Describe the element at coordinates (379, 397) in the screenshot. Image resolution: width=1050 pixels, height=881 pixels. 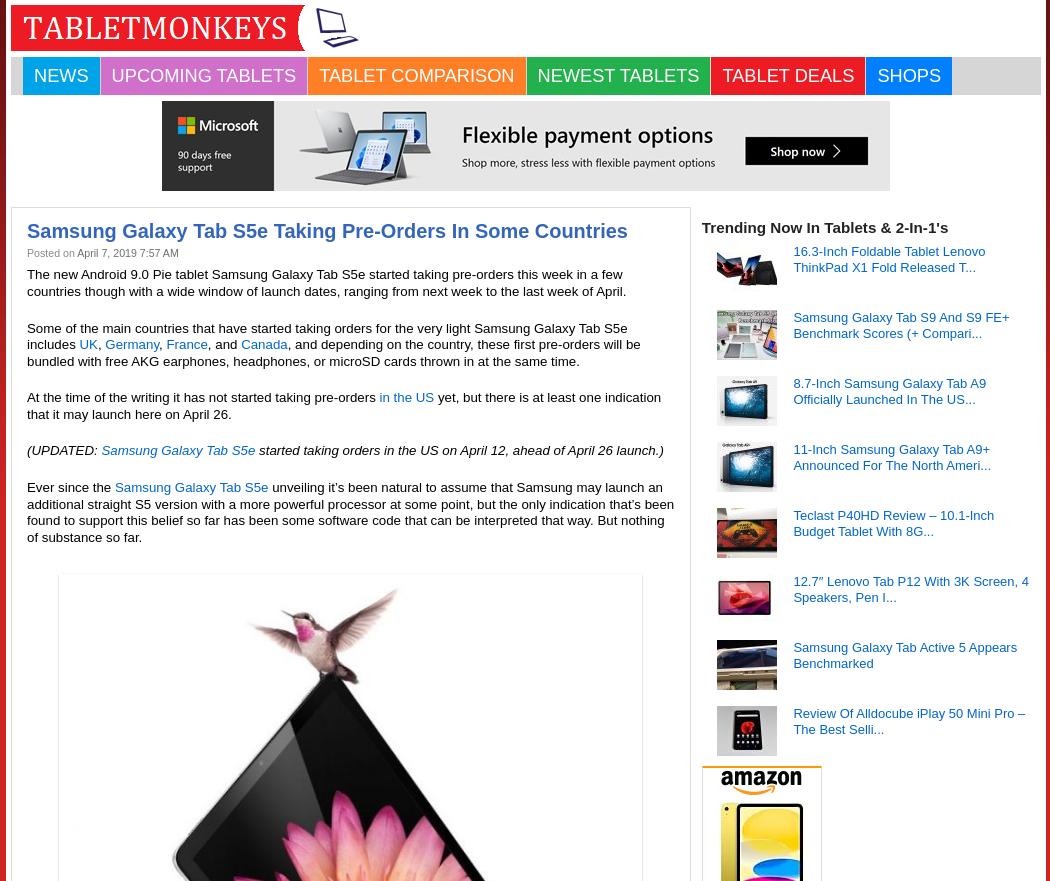
I see `'in the US'` at that location.